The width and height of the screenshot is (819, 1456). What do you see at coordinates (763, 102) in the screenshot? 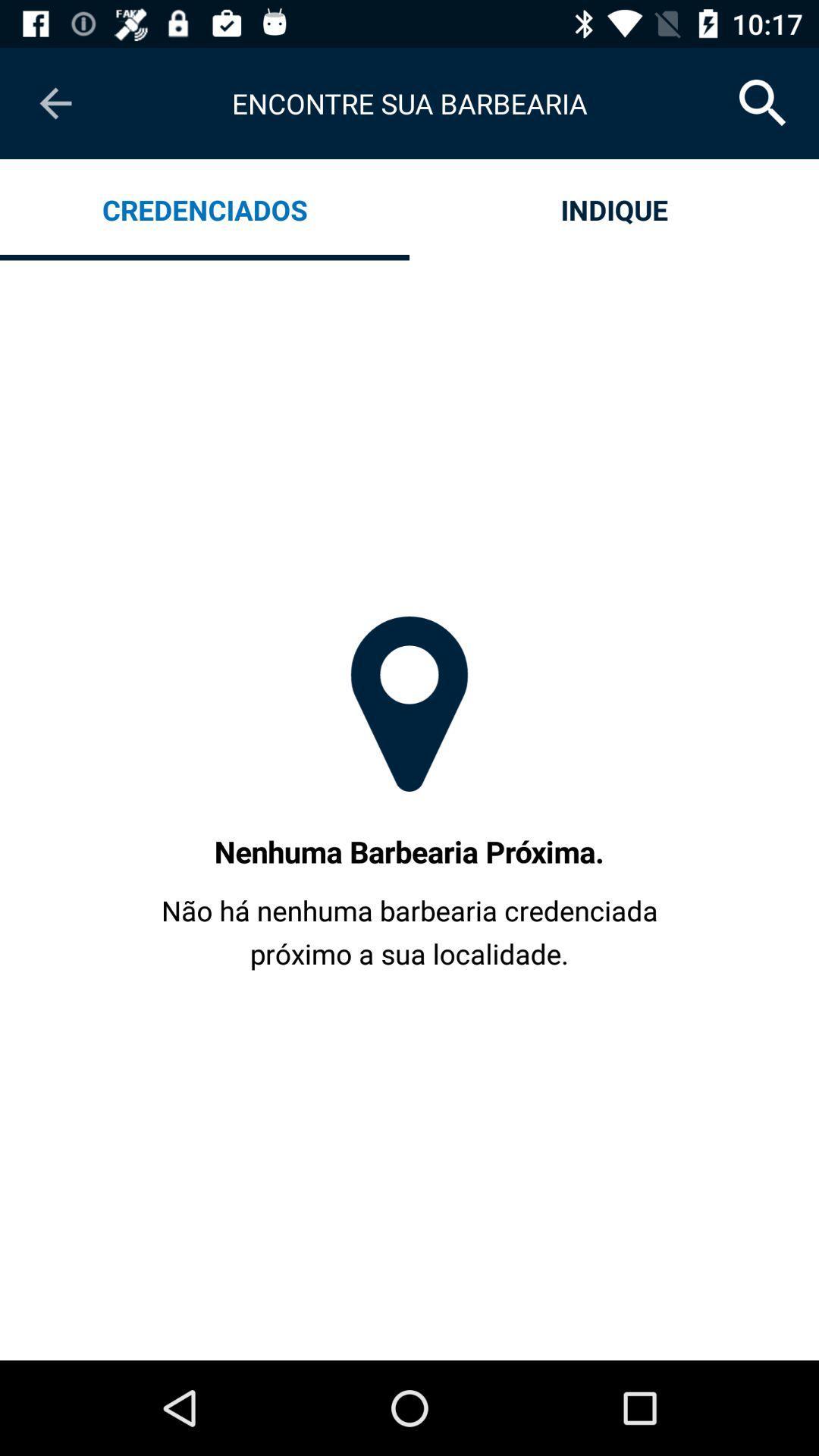
I see `the app above indique app` at bounding box center [763, 102].